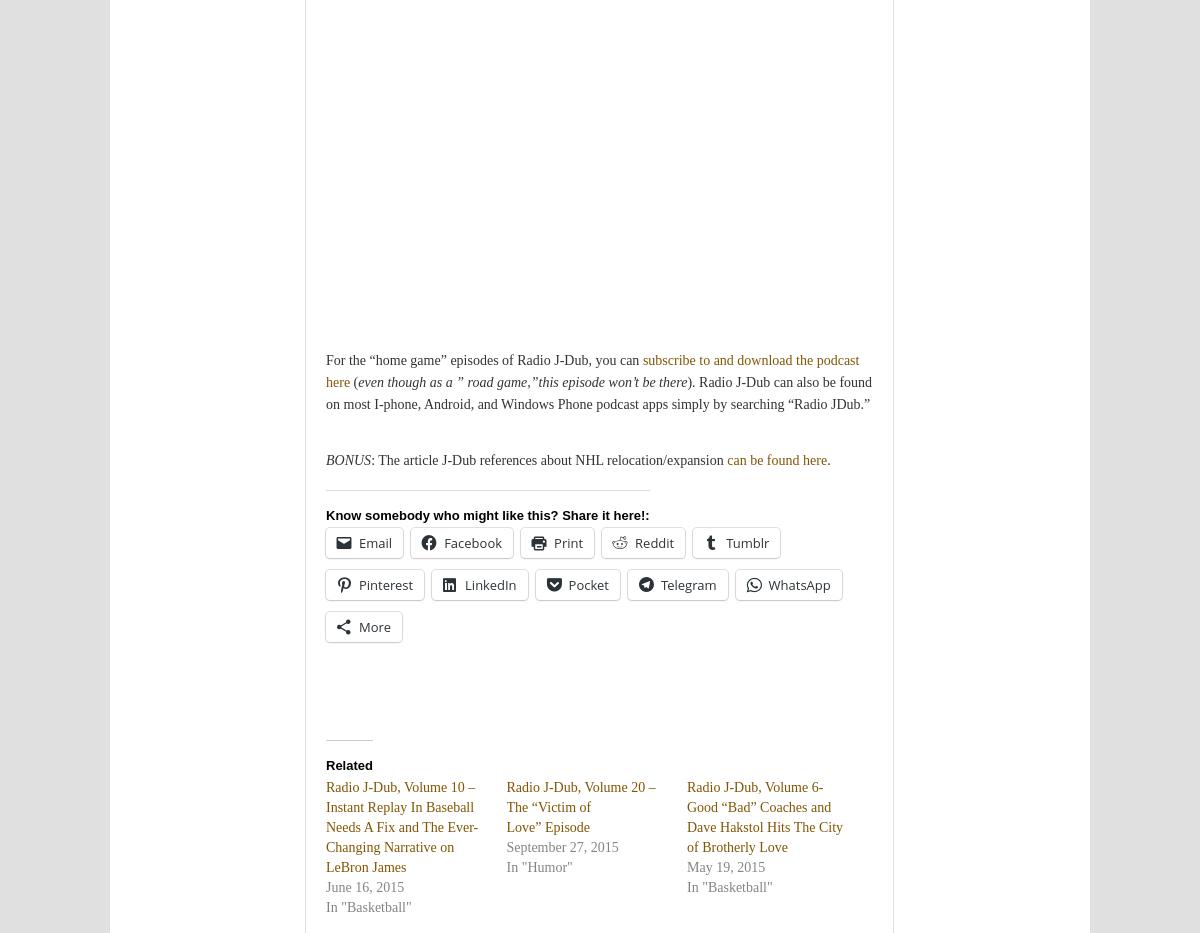 The height and width of the screenshot is (933, 1200). I want to click on 'can be found here', so click(776, 459).